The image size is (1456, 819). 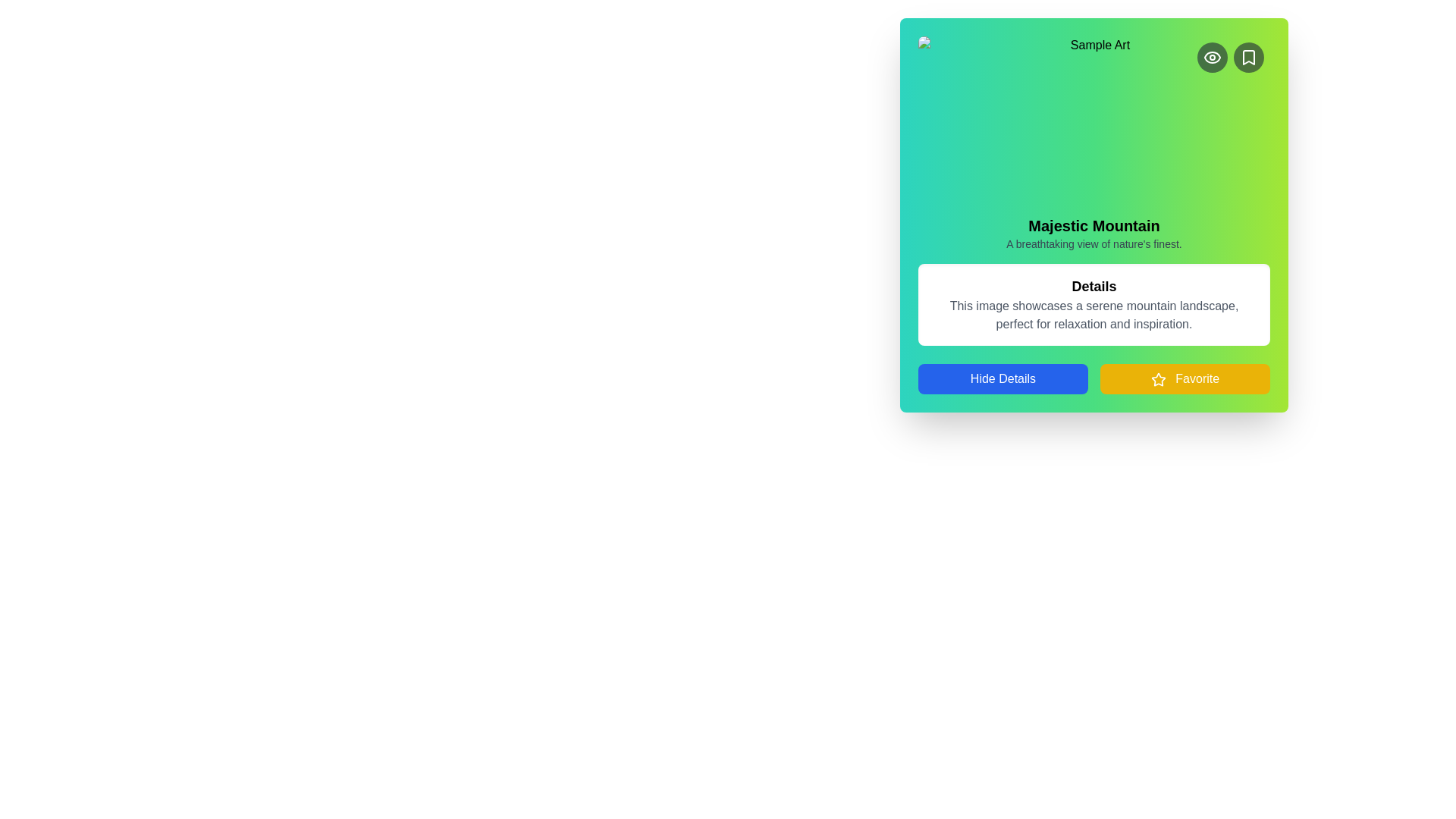 What do you see at coordinates (1094, 315) in the screenshot?
I see `text block located below the 'Details' header in the card interface titled 'Majestic Mountain' for additional context` at bounding box center [1094, 315].